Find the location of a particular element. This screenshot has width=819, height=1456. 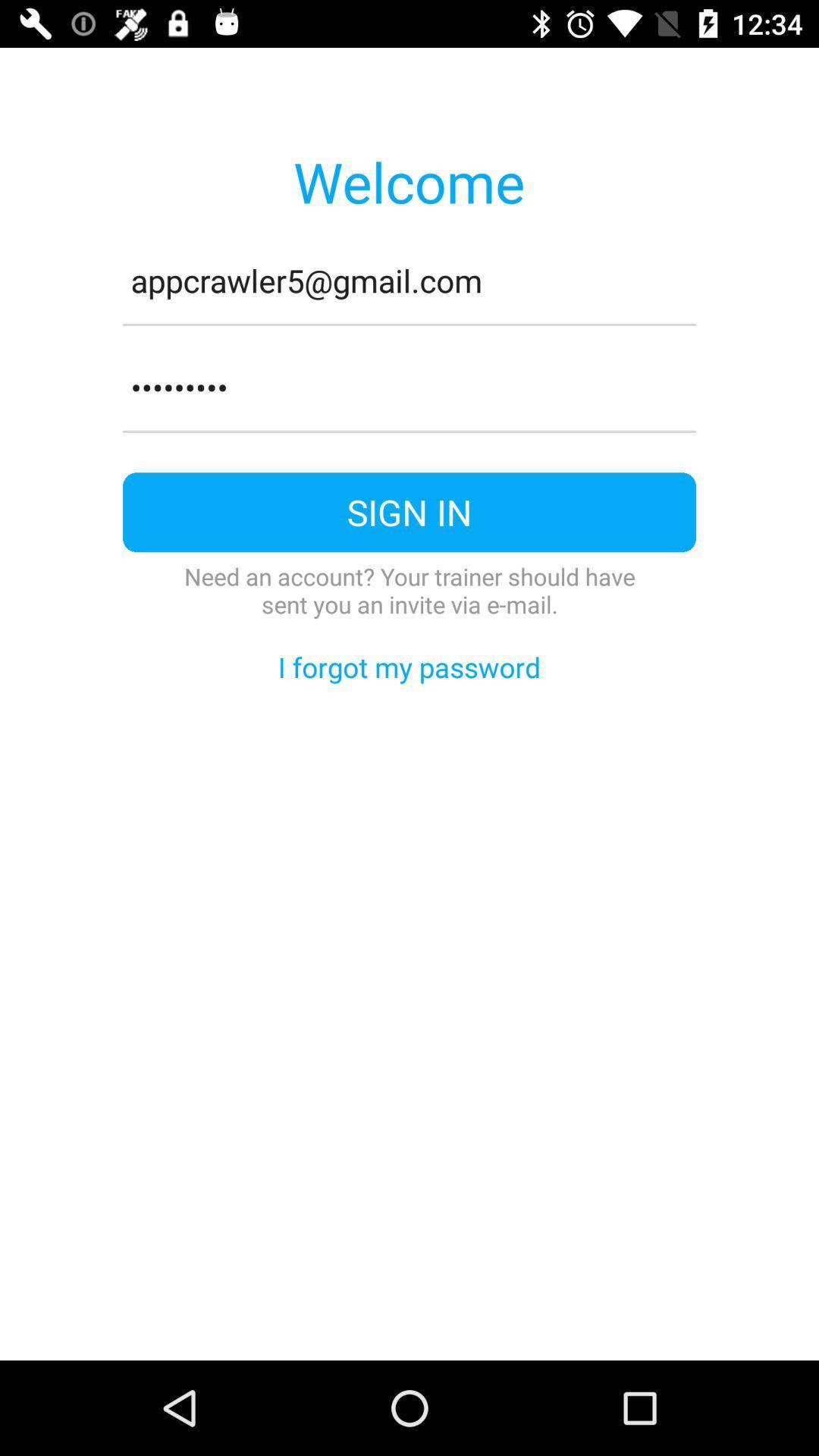

the crowd3116 item is located at coordinates (409, 388).